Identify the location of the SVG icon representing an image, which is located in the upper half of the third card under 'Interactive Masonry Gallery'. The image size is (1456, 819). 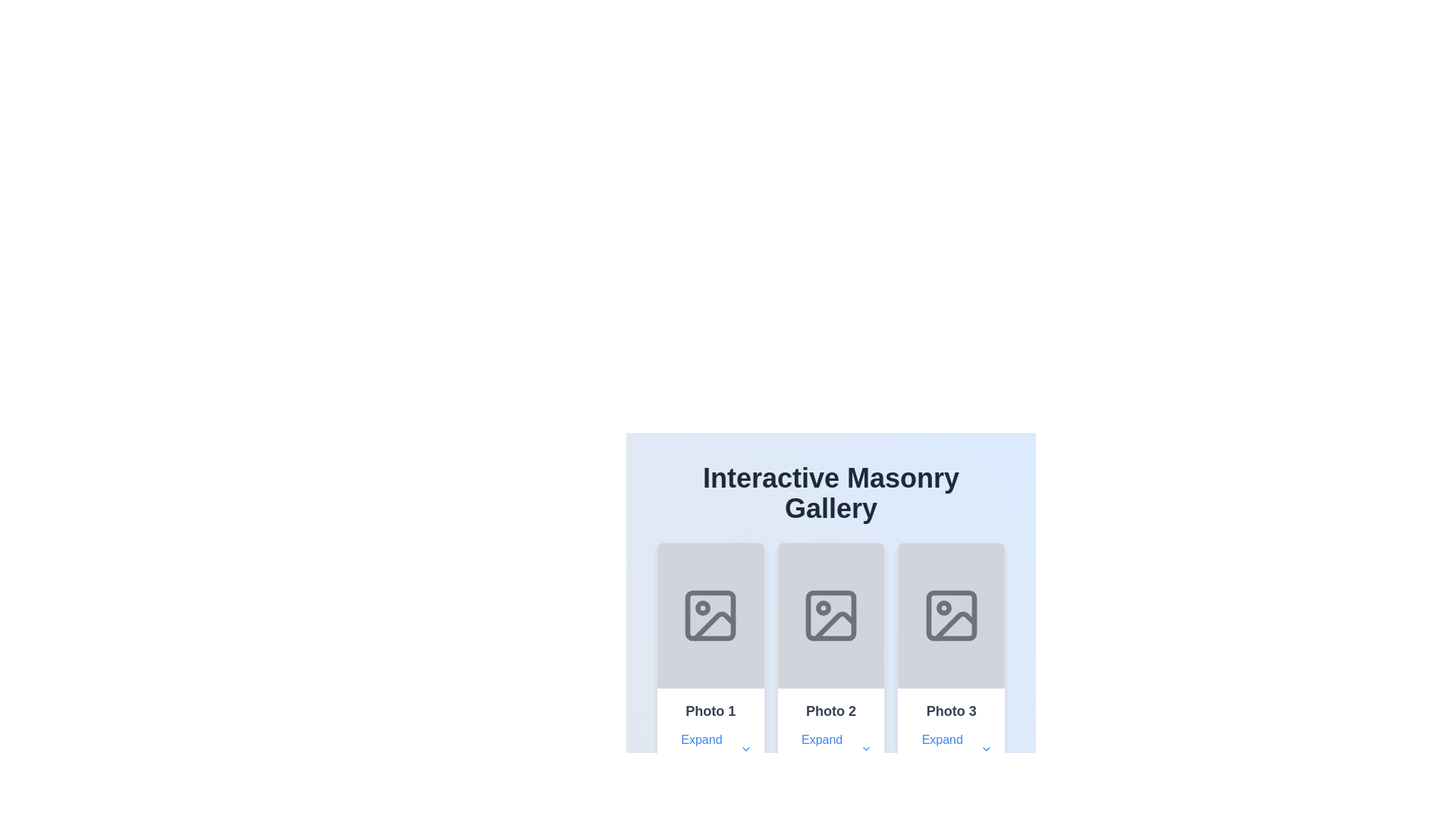
(950, 616).